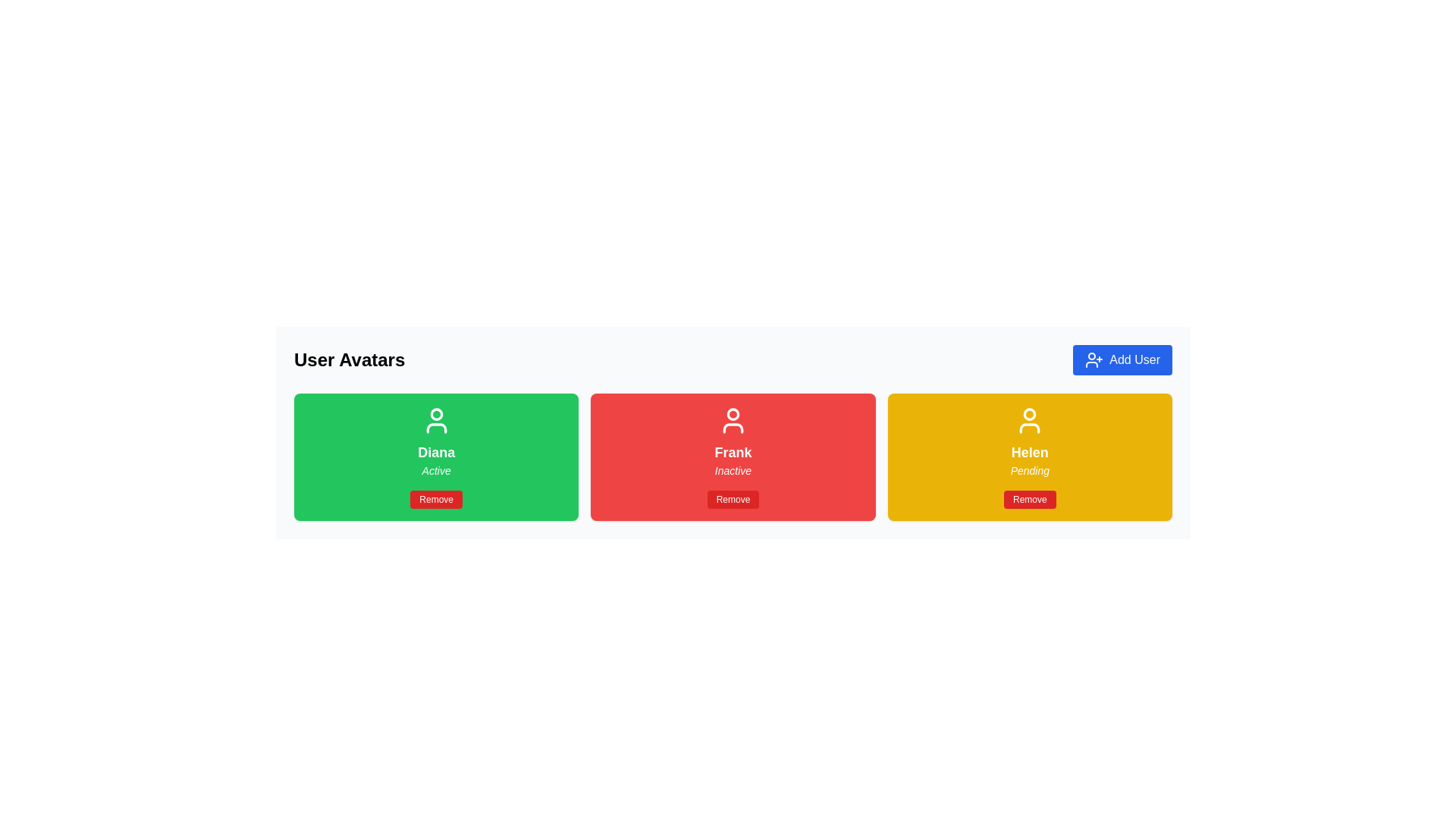 Image resolution: width=1456 pixels, height=819 pixels. I want to click on the user avatar icon situated in the center card labeled 'Frank Inactive', which is positioned between the cards labeled 'Diana Active' and 'Helen Pending', so click(733, 421).